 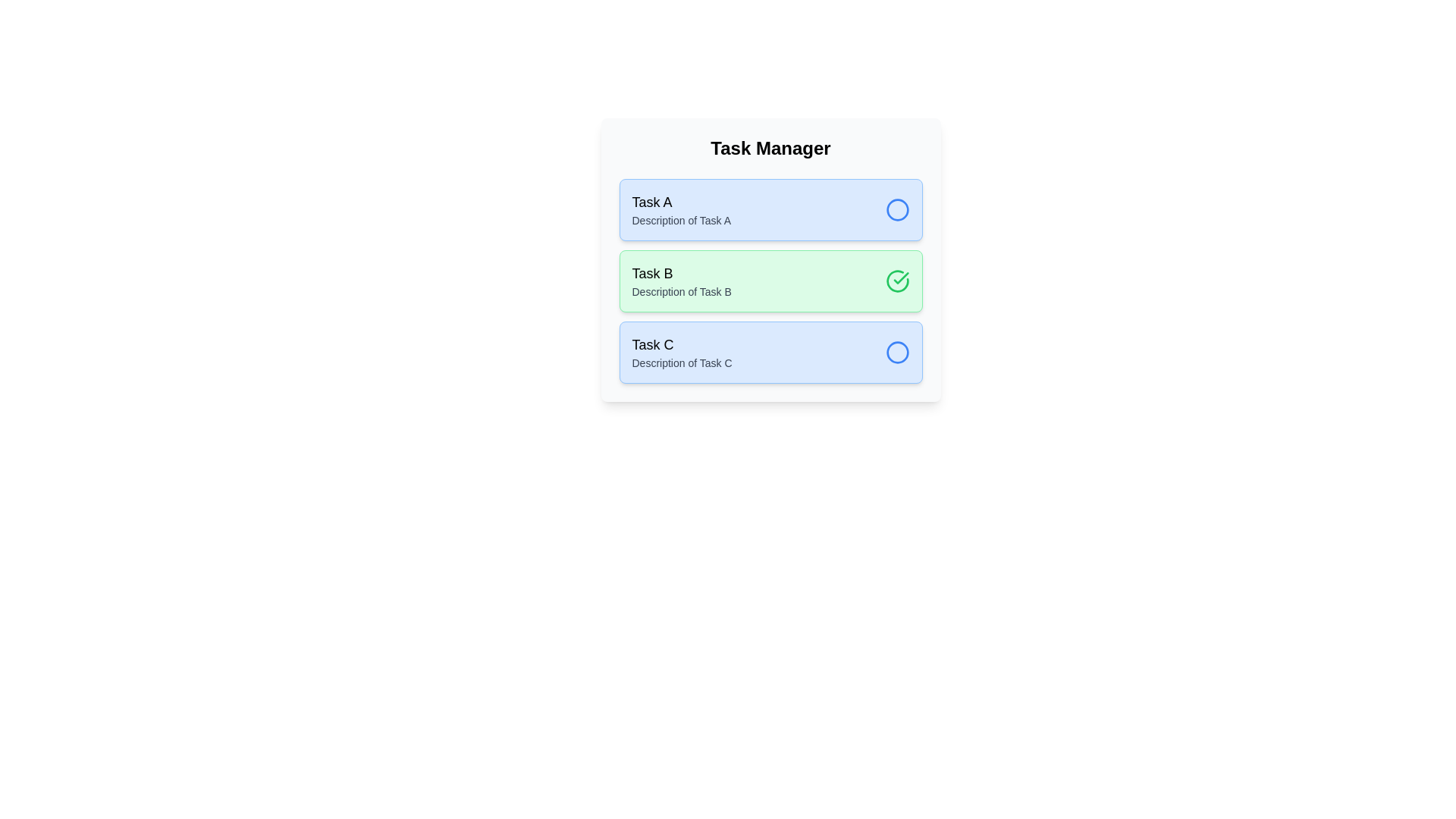 What do you see at coordinates (680, 201) in the screenshot?
I see `the task title label located in the topmost task card of the Task Manager interface for reading` at bounding box center [680, 201].